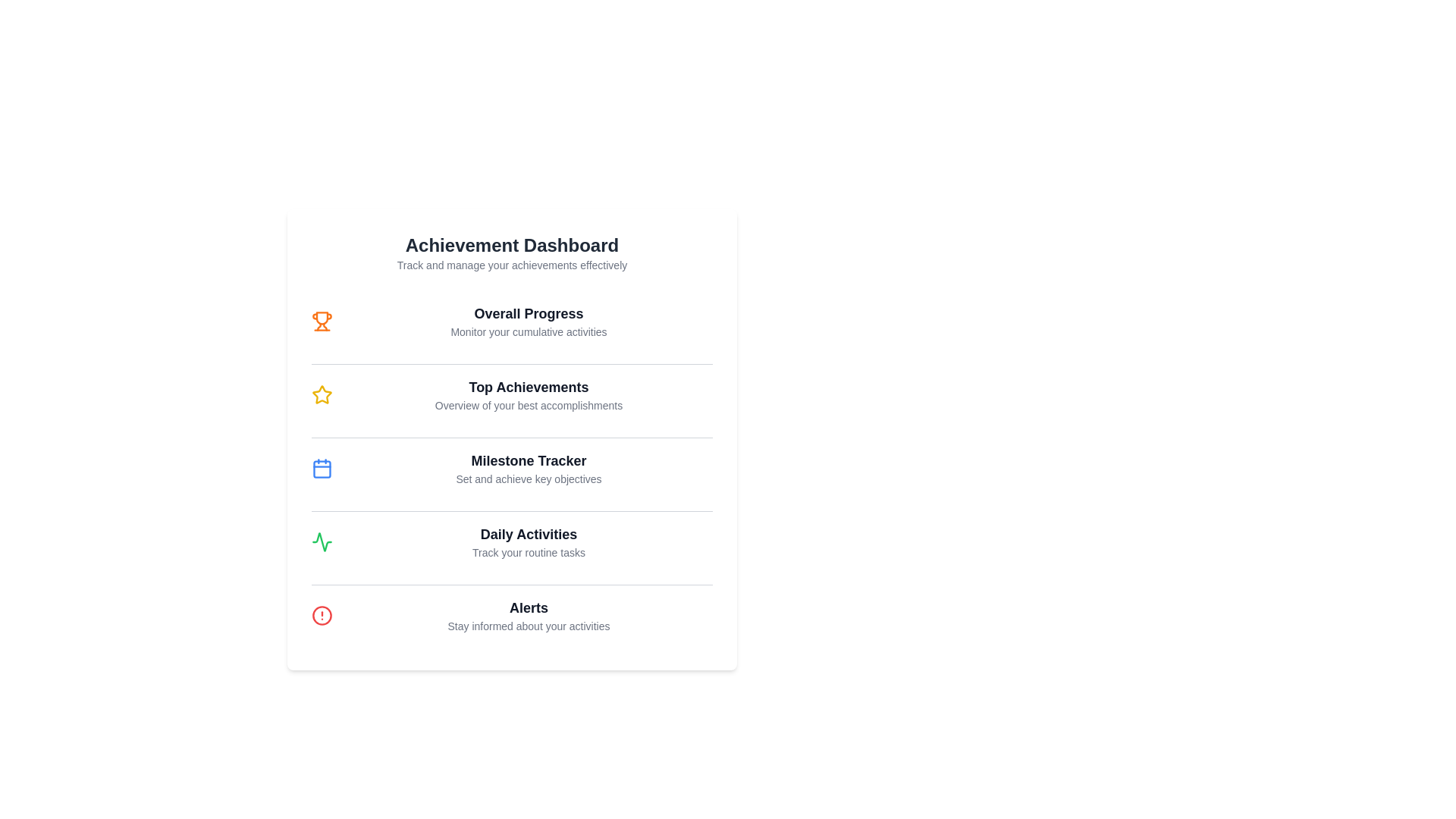  What do you see at coordinates (512, 253) in the screenshot?
I see `header text display located at the top of the interface, which provides an overview of the page's purpose and theme` at bounding box center [512, 253].